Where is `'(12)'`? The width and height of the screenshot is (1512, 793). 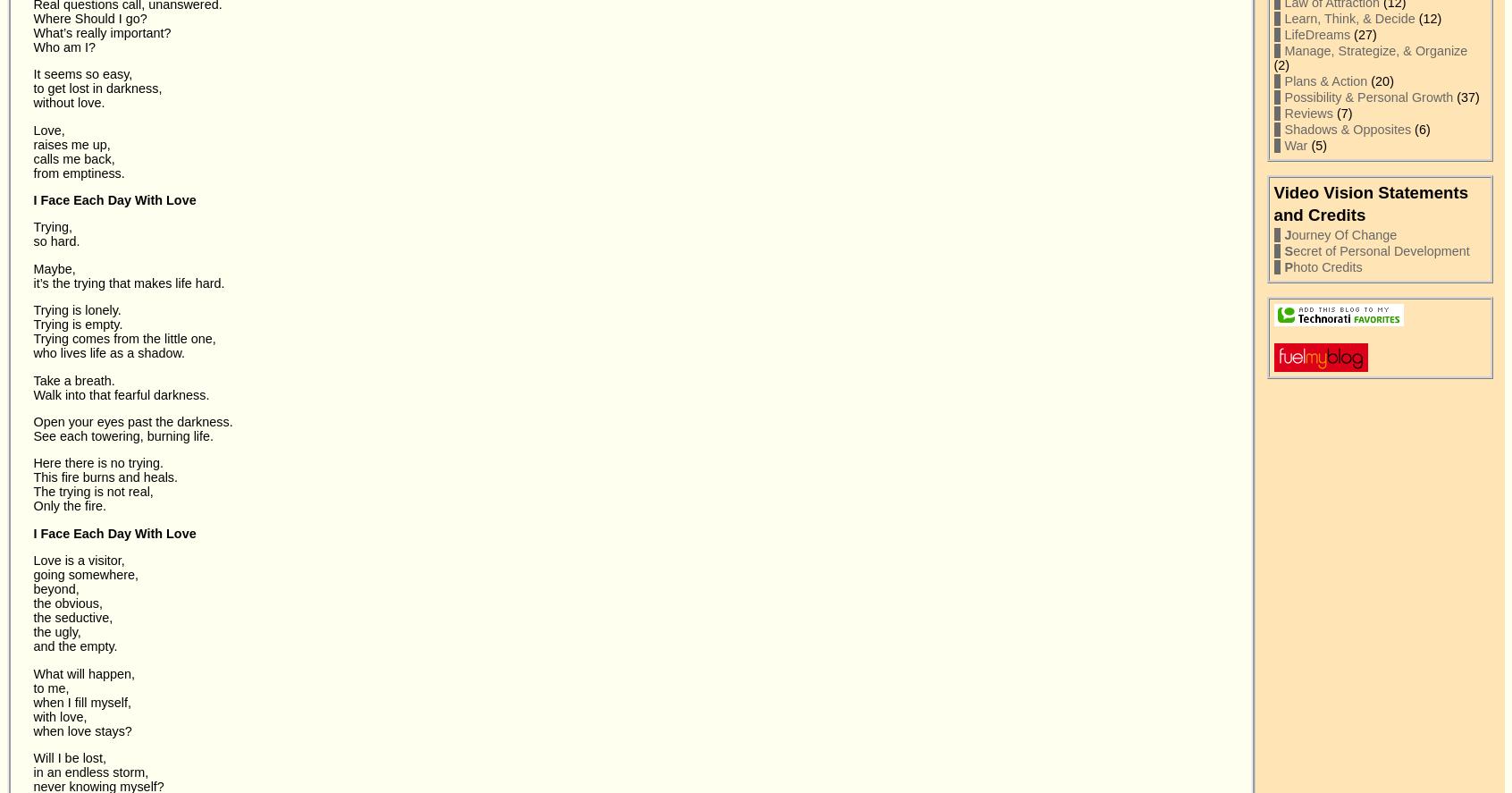 '(12)' is located at coordinates (1414, 19).